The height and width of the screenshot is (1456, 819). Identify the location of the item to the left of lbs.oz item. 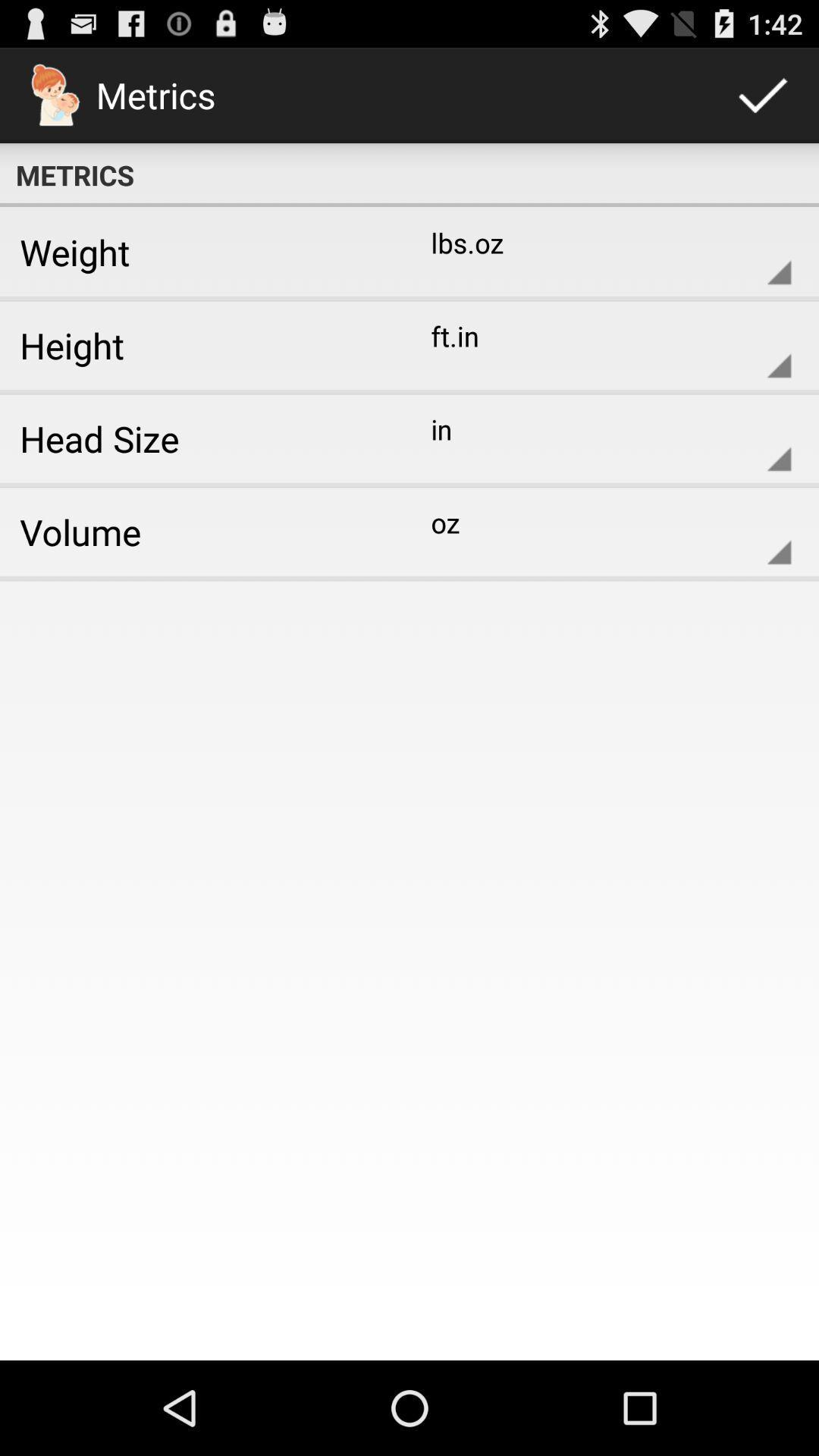
(199, 252).